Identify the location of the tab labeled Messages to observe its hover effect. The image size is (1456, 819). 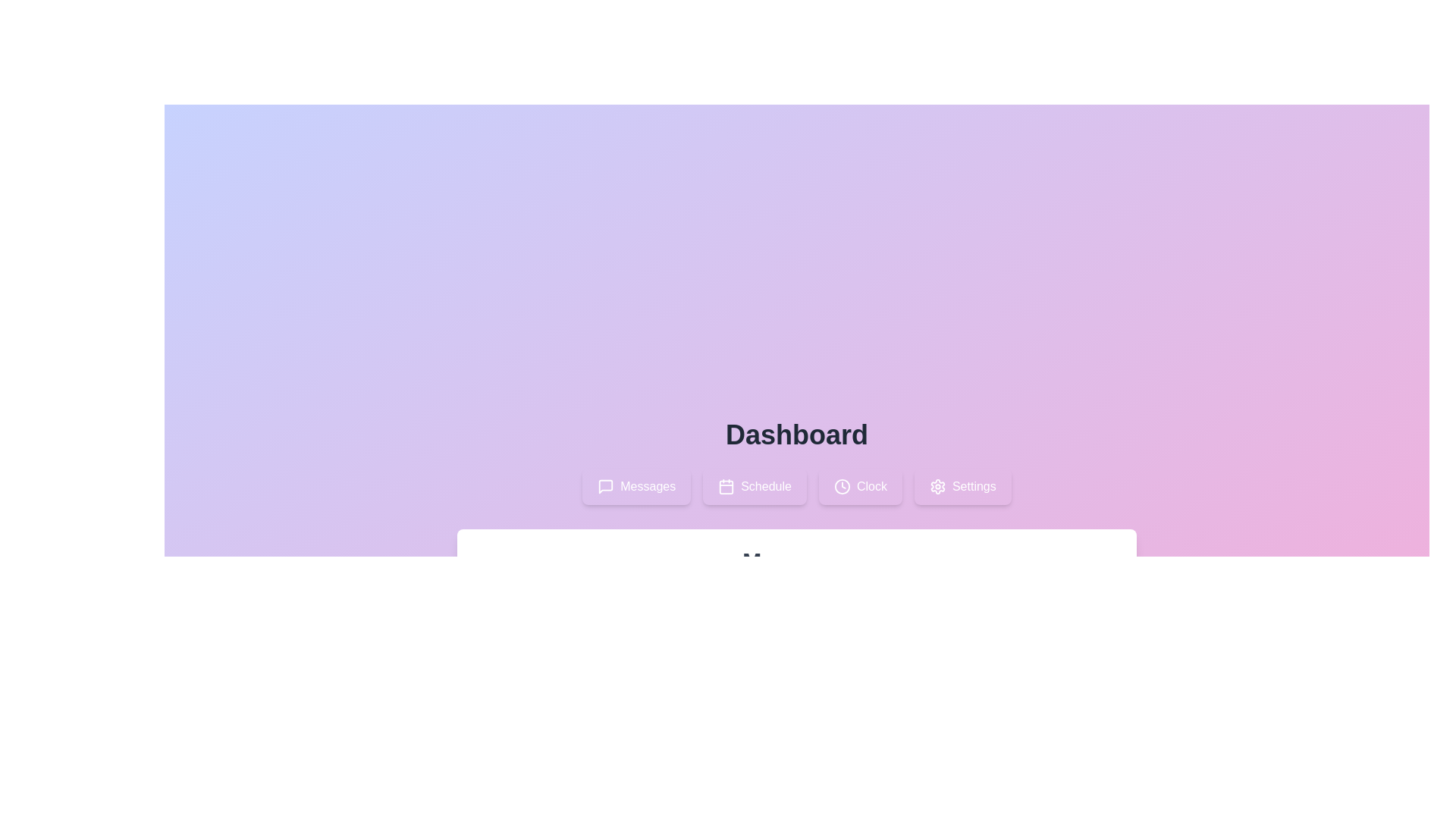
(636, 486).